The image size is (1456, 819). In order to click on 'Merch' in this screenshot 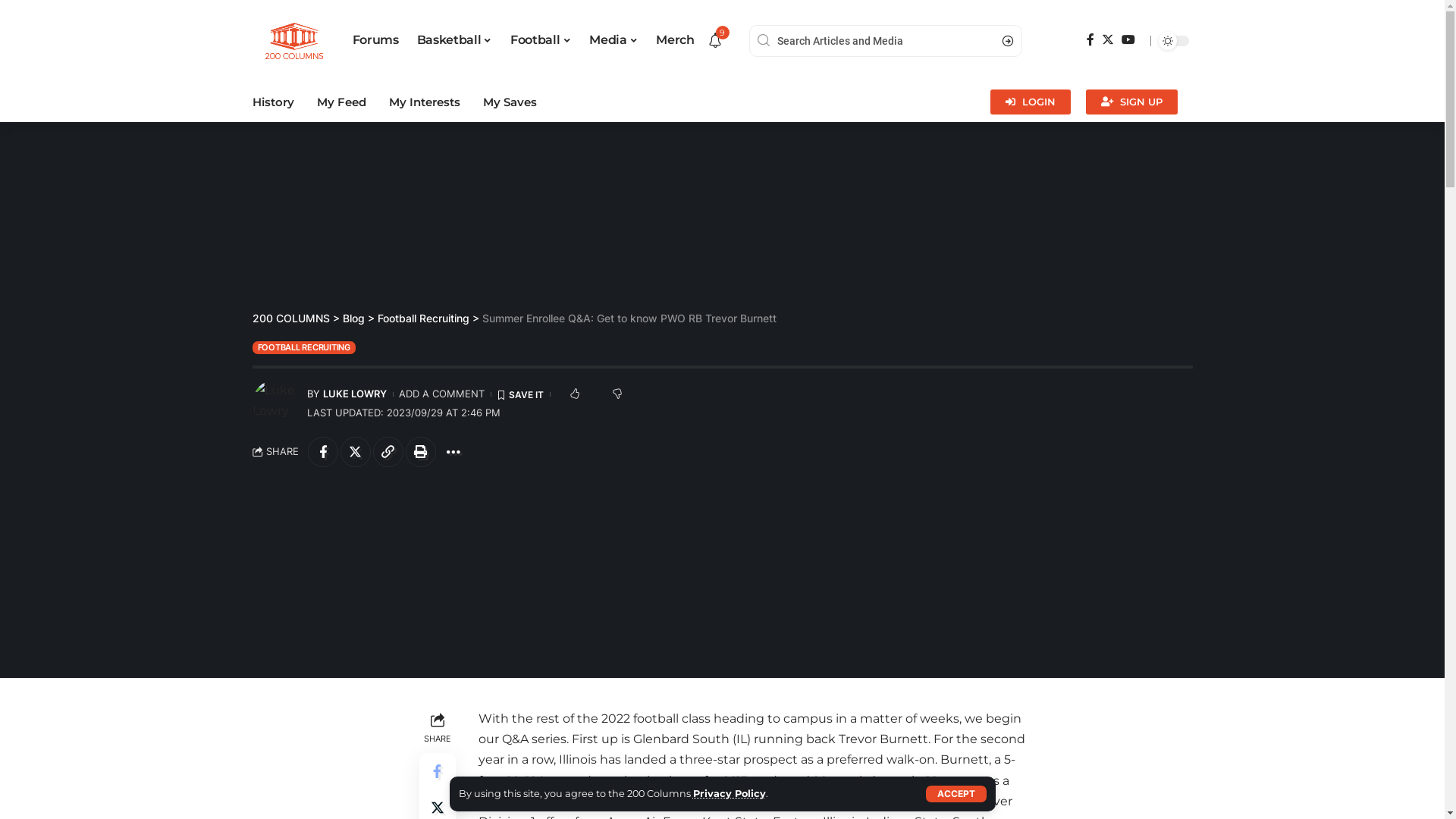, I will do `click(647, 40)`.